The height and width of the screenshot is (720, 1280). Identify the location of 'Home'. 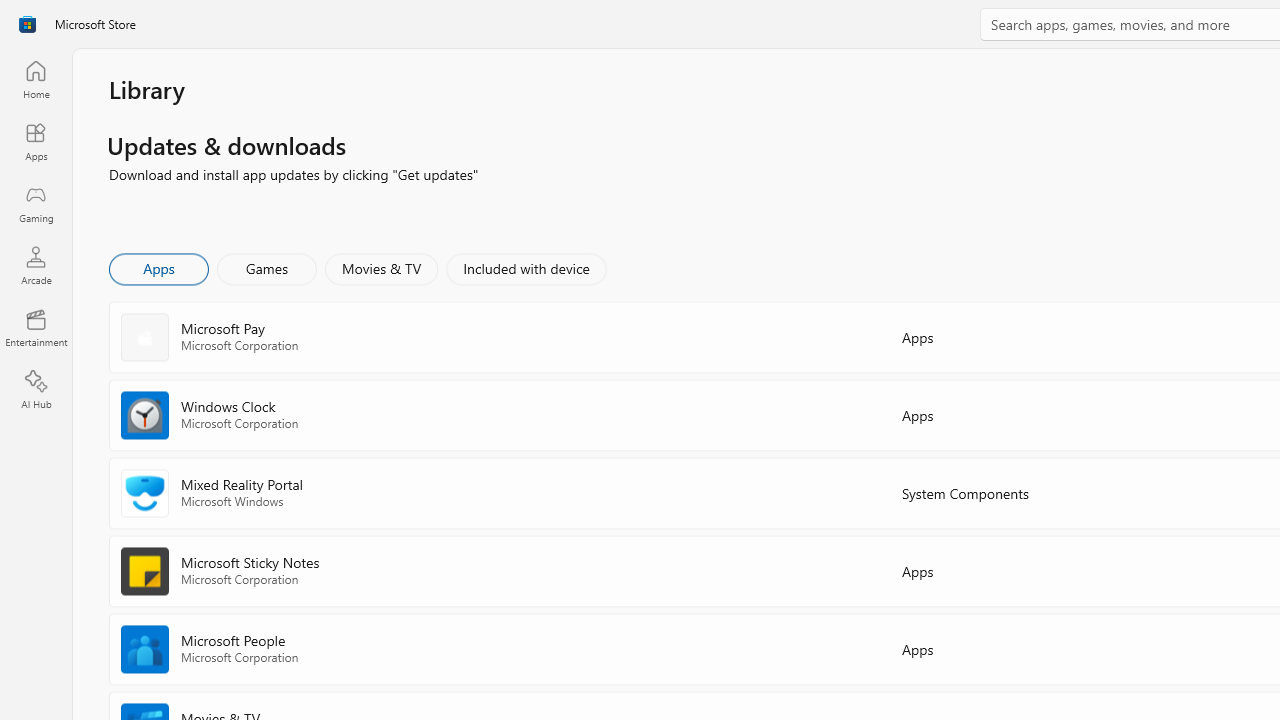
(35, 78).